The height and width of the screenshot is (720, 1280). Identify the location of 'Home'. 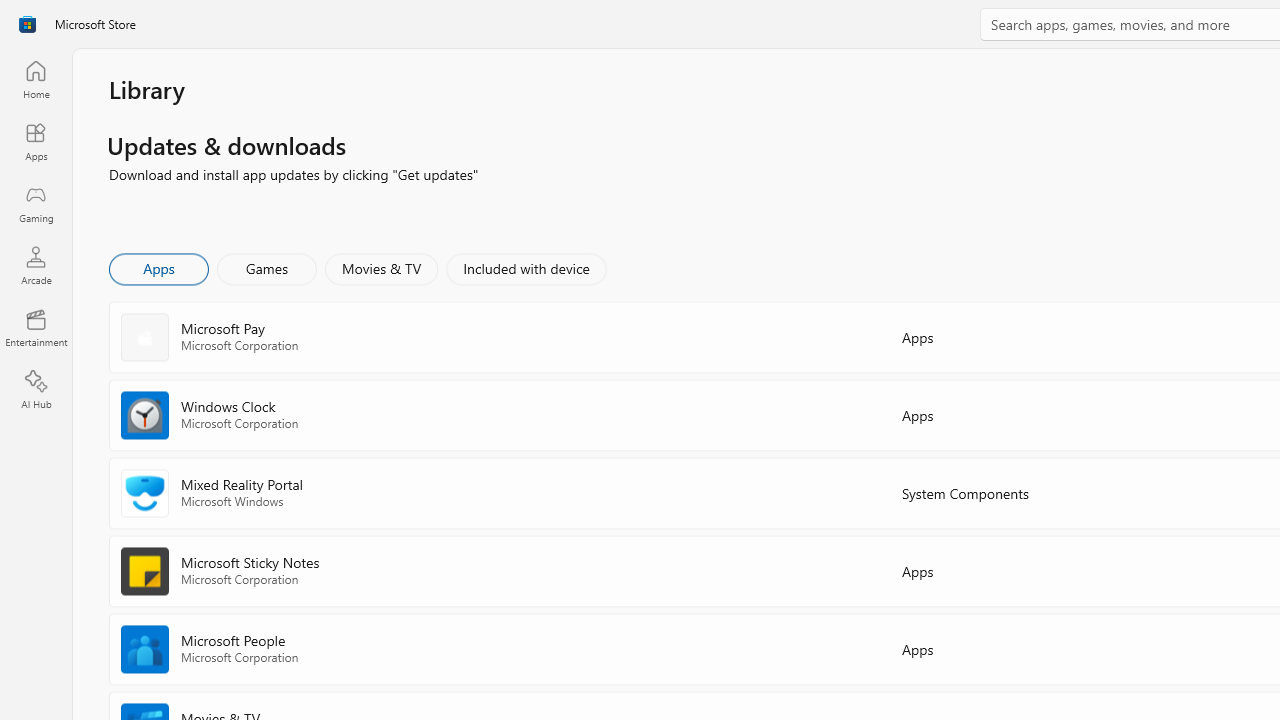
(35, 78).